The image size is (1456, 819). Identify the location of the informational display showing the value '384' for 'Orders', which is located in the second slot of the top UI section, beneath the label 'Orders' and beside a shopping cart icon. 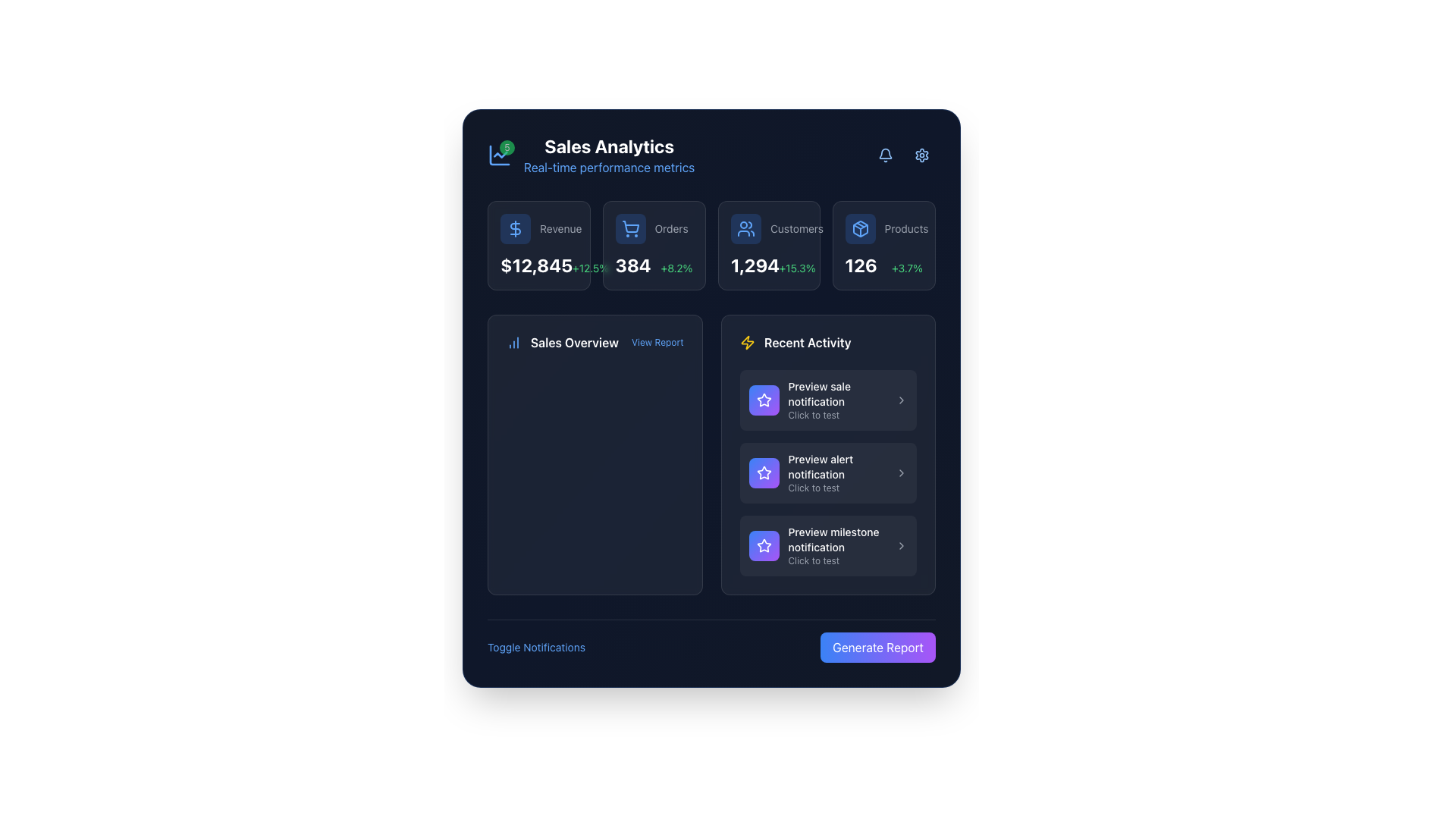
(654, 265).